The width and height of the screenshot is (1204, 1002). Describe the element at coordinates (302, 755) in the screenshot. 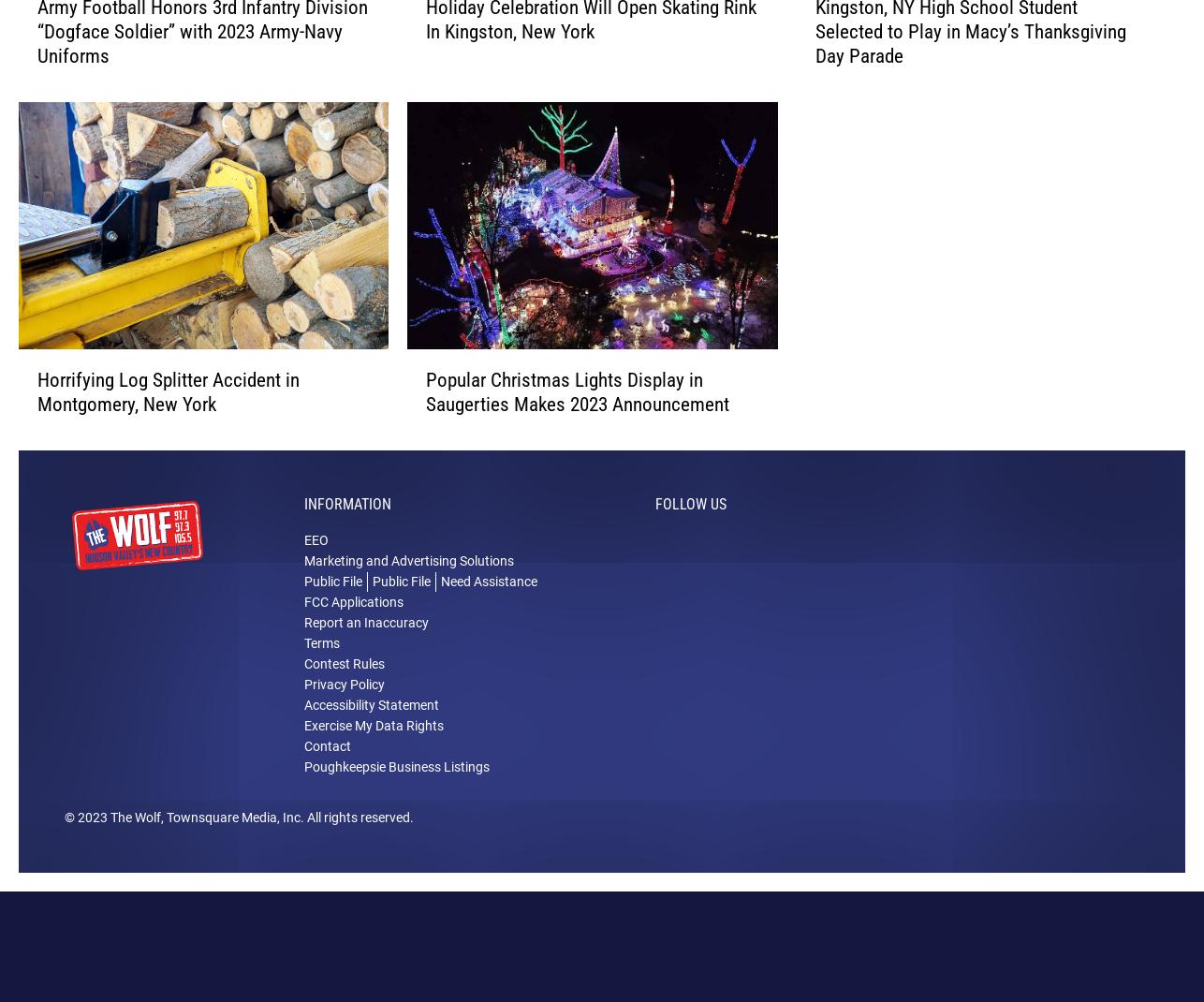

I see `'Exercise My Data Rights'` at that location.